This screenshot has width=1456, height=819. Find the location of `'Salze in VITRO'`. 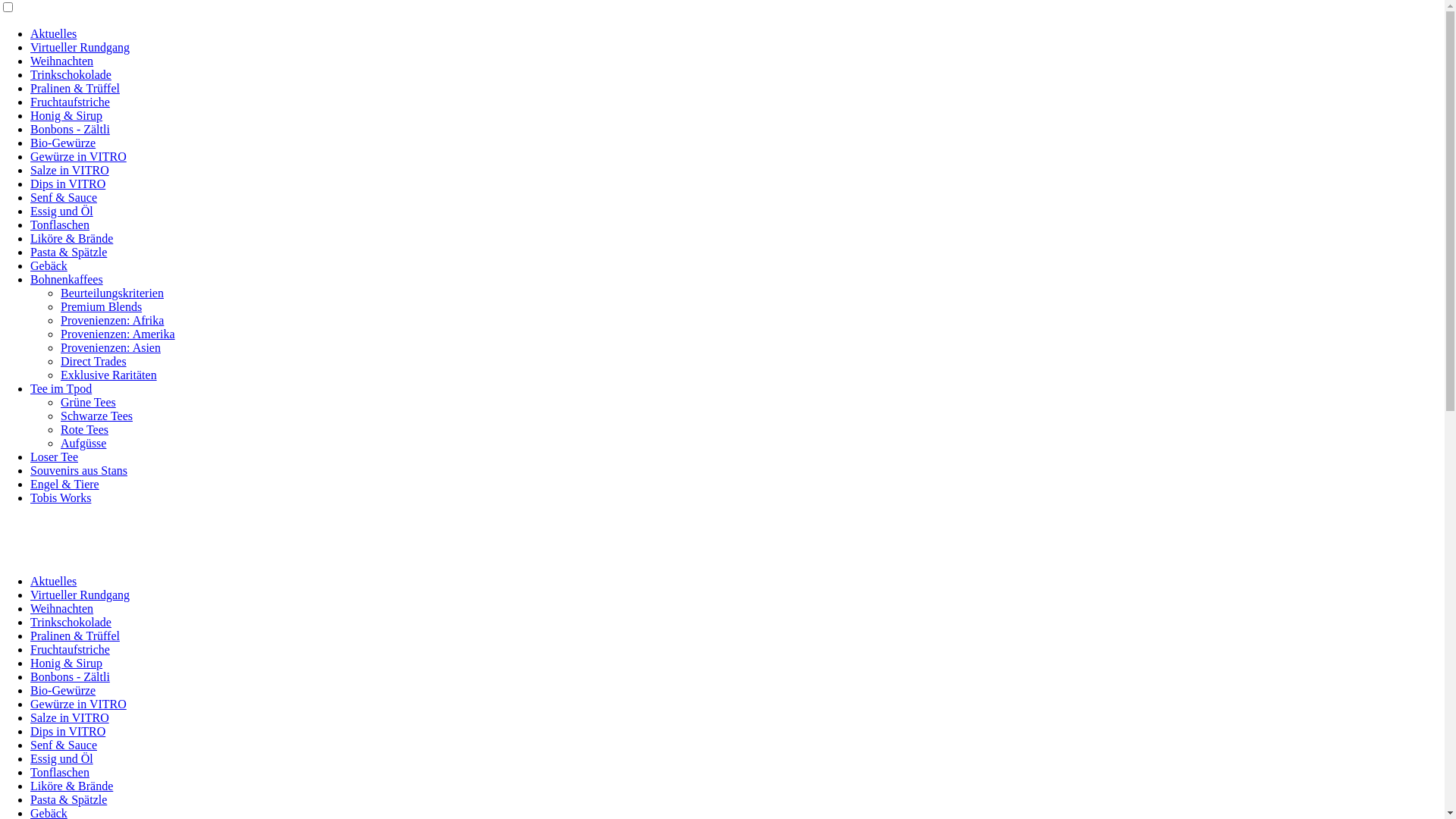

'Salze in VITRO' is located at coordinates (68, 717).